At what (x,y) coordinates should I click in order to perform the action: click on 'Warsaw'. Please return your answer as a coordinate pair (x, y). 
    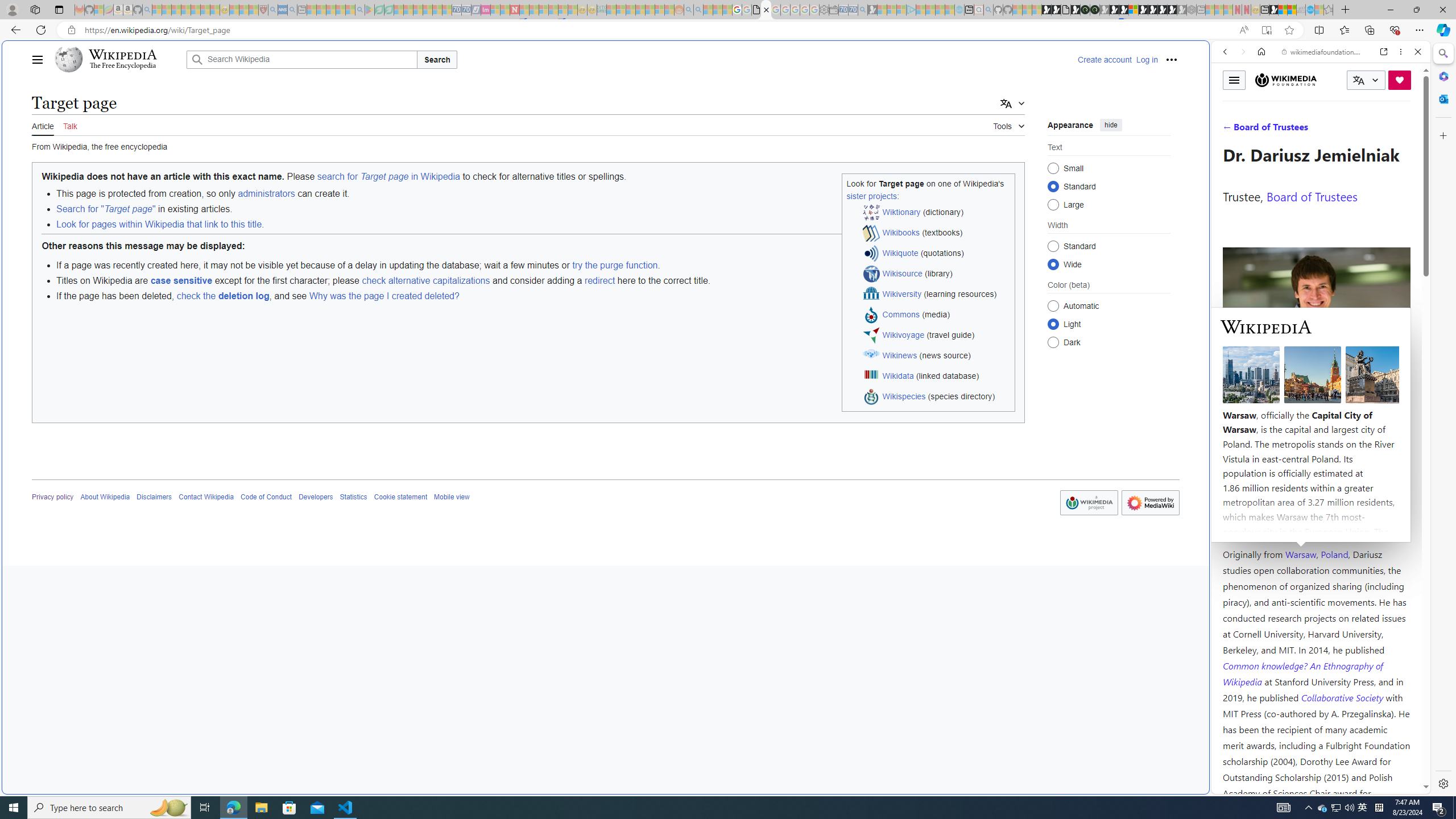
    Looking at the image, I should click on (1300, 553).